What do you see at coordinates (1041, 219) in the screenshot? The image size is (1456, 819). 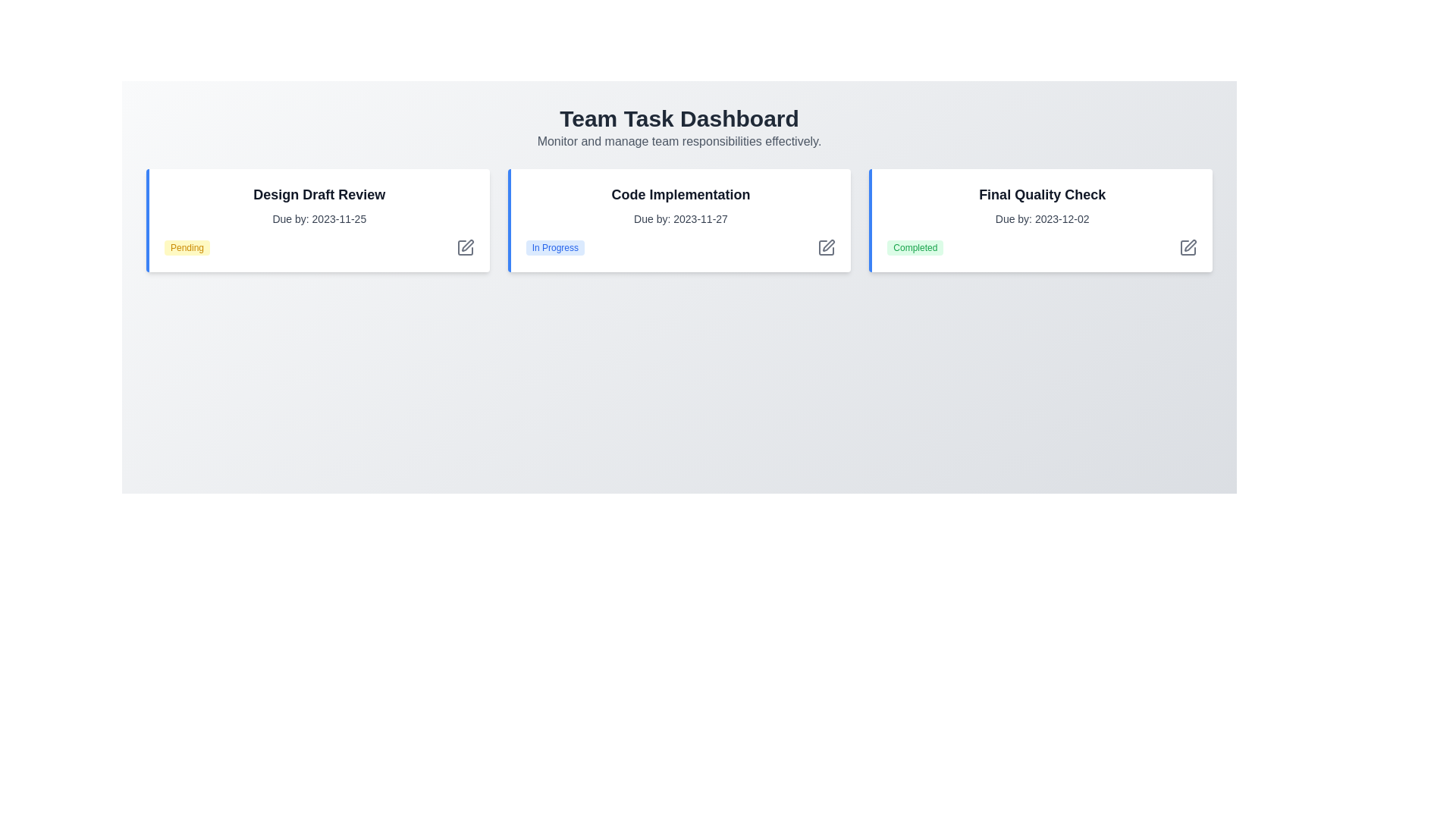 I see `the static text label displaying the due date 'Due by: 2023-12-02' located below the task title 'Final Quality Check' in the task card UI` at bounding box center [1041, 219].